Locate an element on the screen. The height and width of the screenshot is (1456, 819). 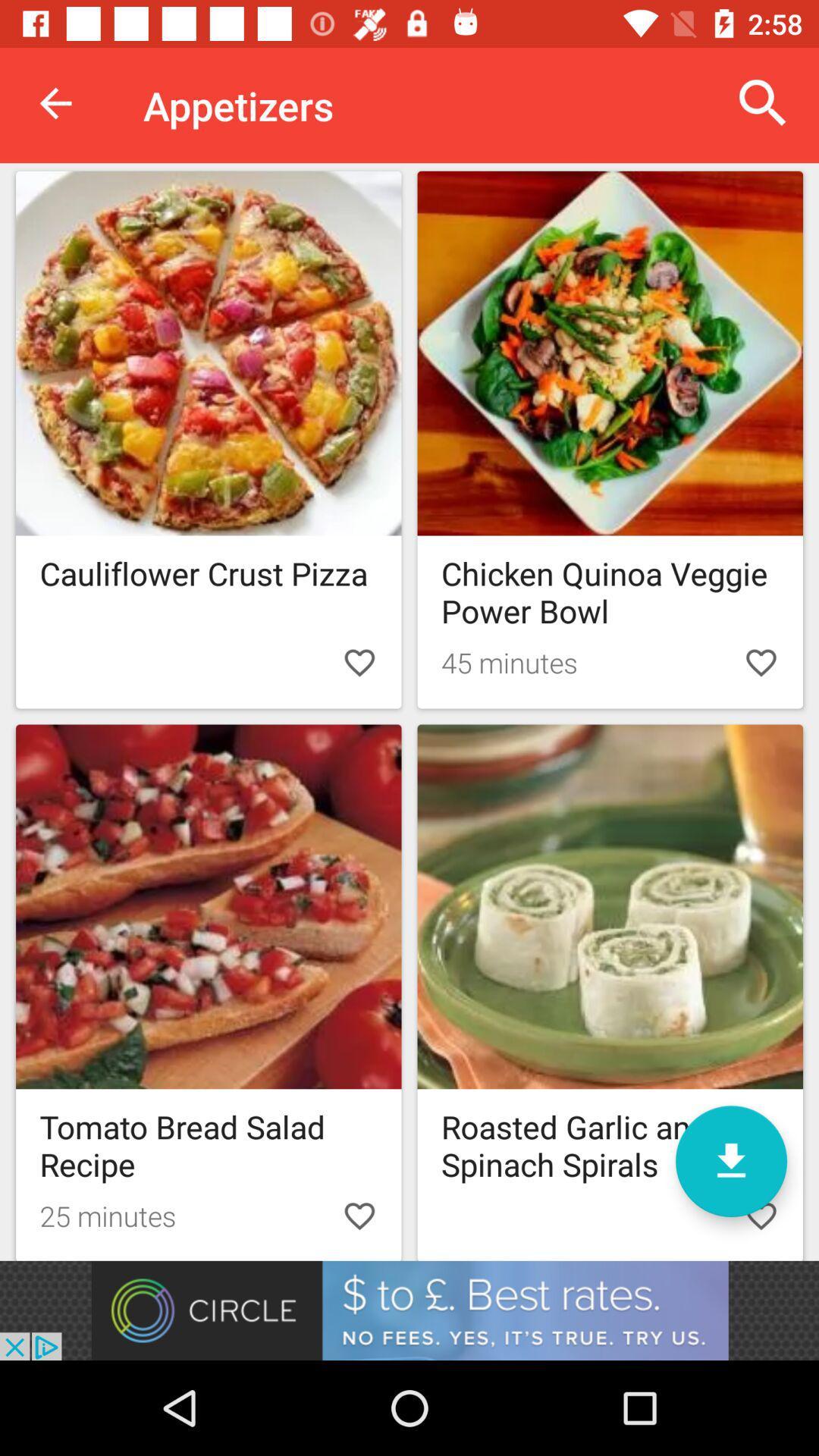
advertisement site is located at coordinates (409, 1310).